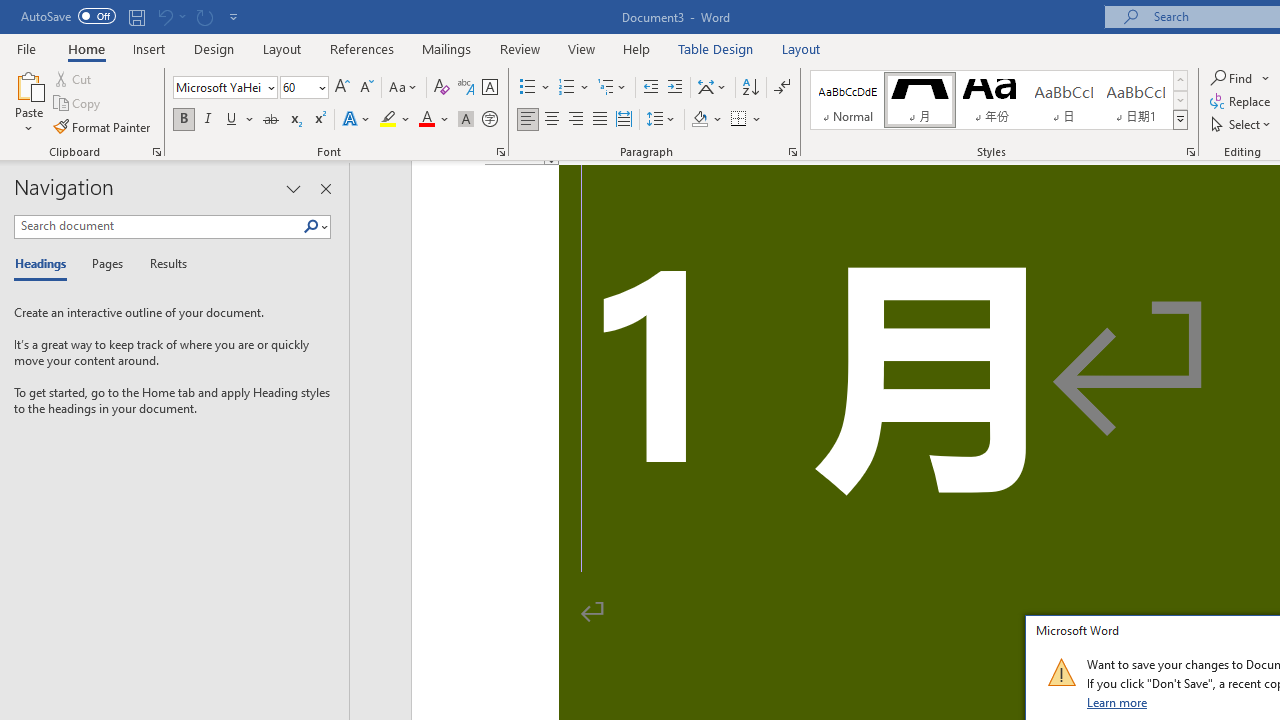 Image resolution: width=1280 pixels, height=720 pixels. Describe the element at coordinates (303, 86) in the screenshot. I see `'Font Size'` at that location.